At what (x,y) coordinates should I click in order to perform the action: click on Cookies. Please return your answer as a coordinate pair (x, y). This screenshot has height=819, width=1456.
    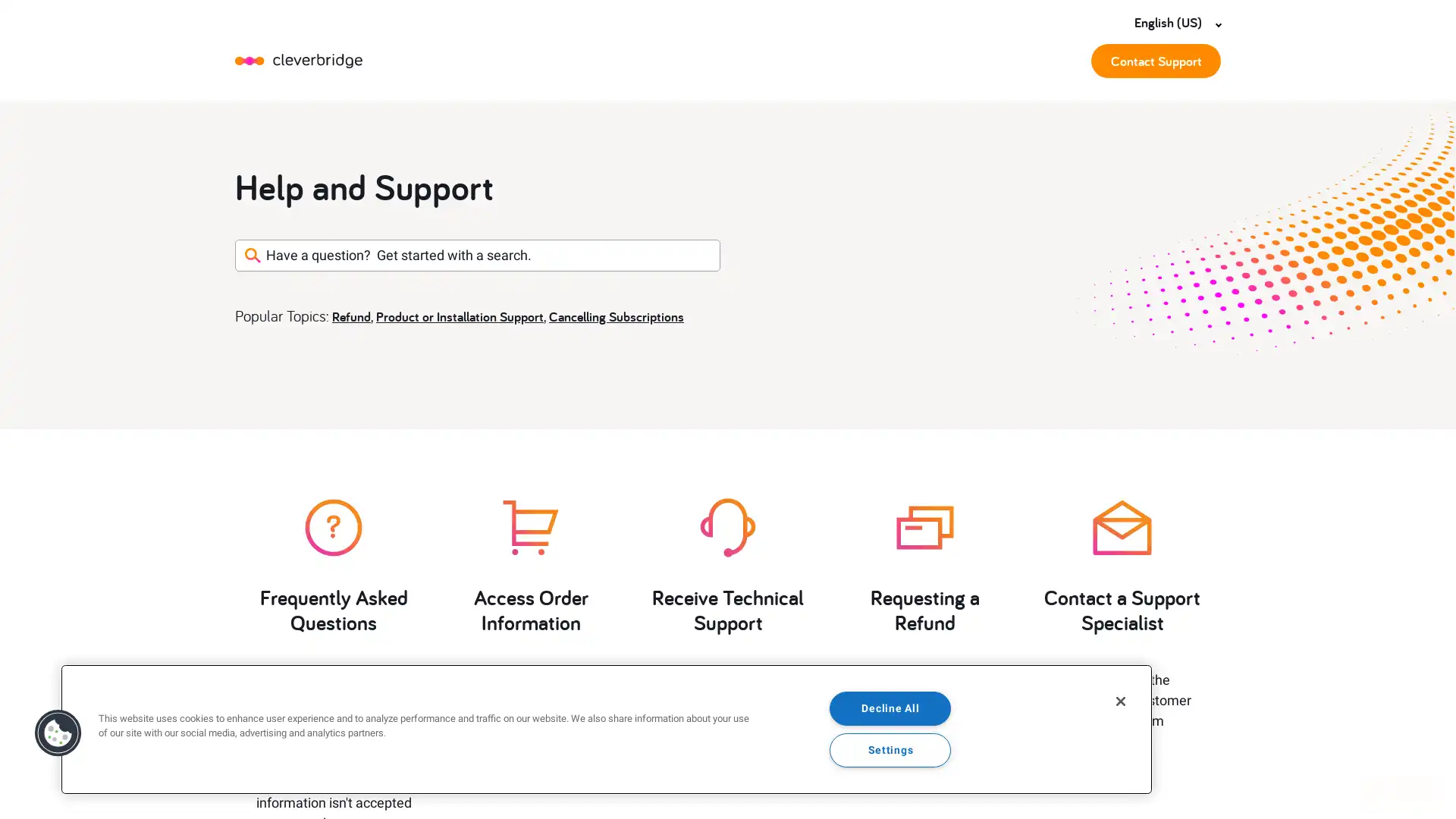
    Looking at the image, I should click on (58, 733).